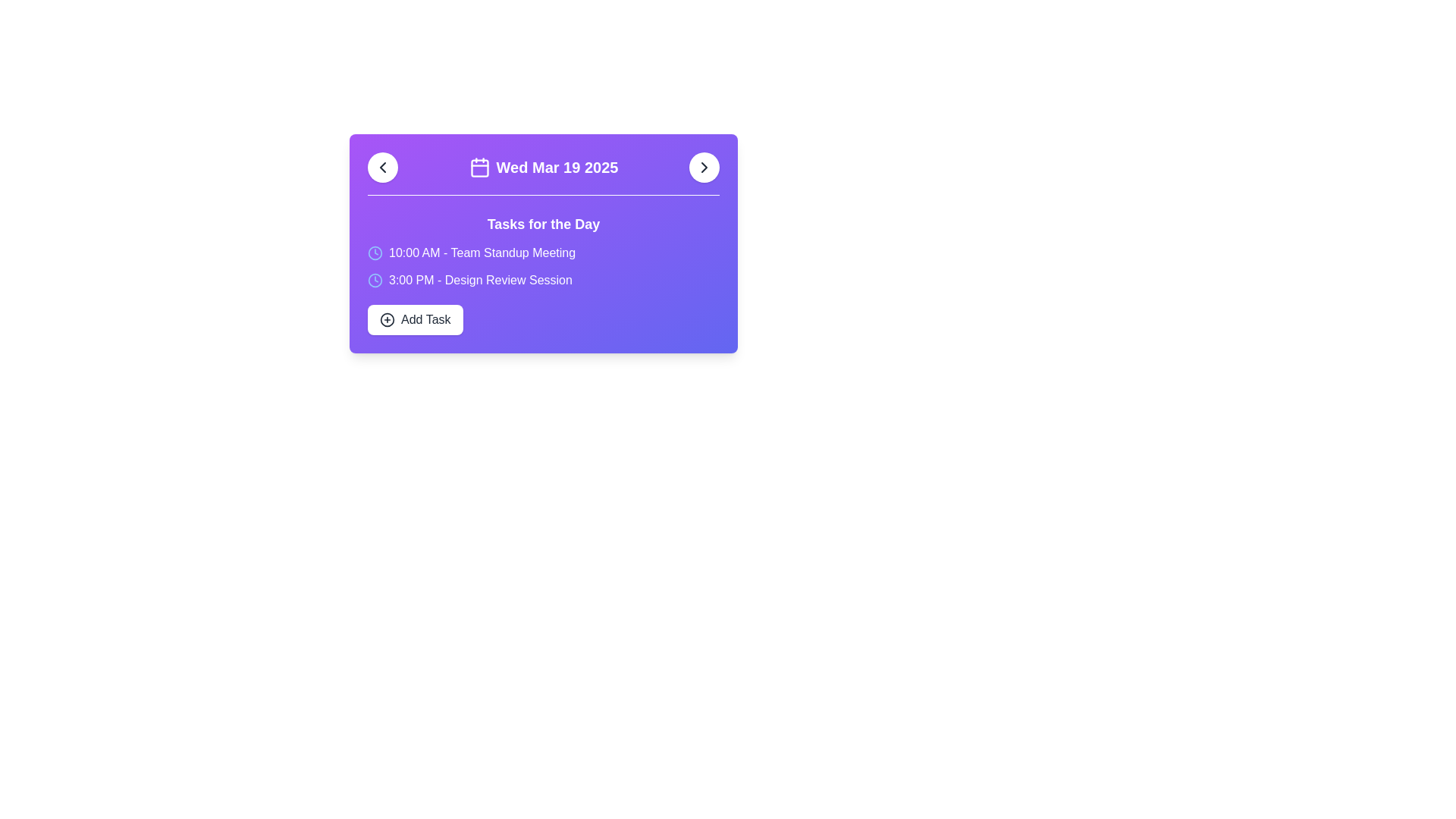  I want to click on the 'Add Task' button, which contains a circular plus icon on its left side, to initiate adding a new task, so click(387, 318).